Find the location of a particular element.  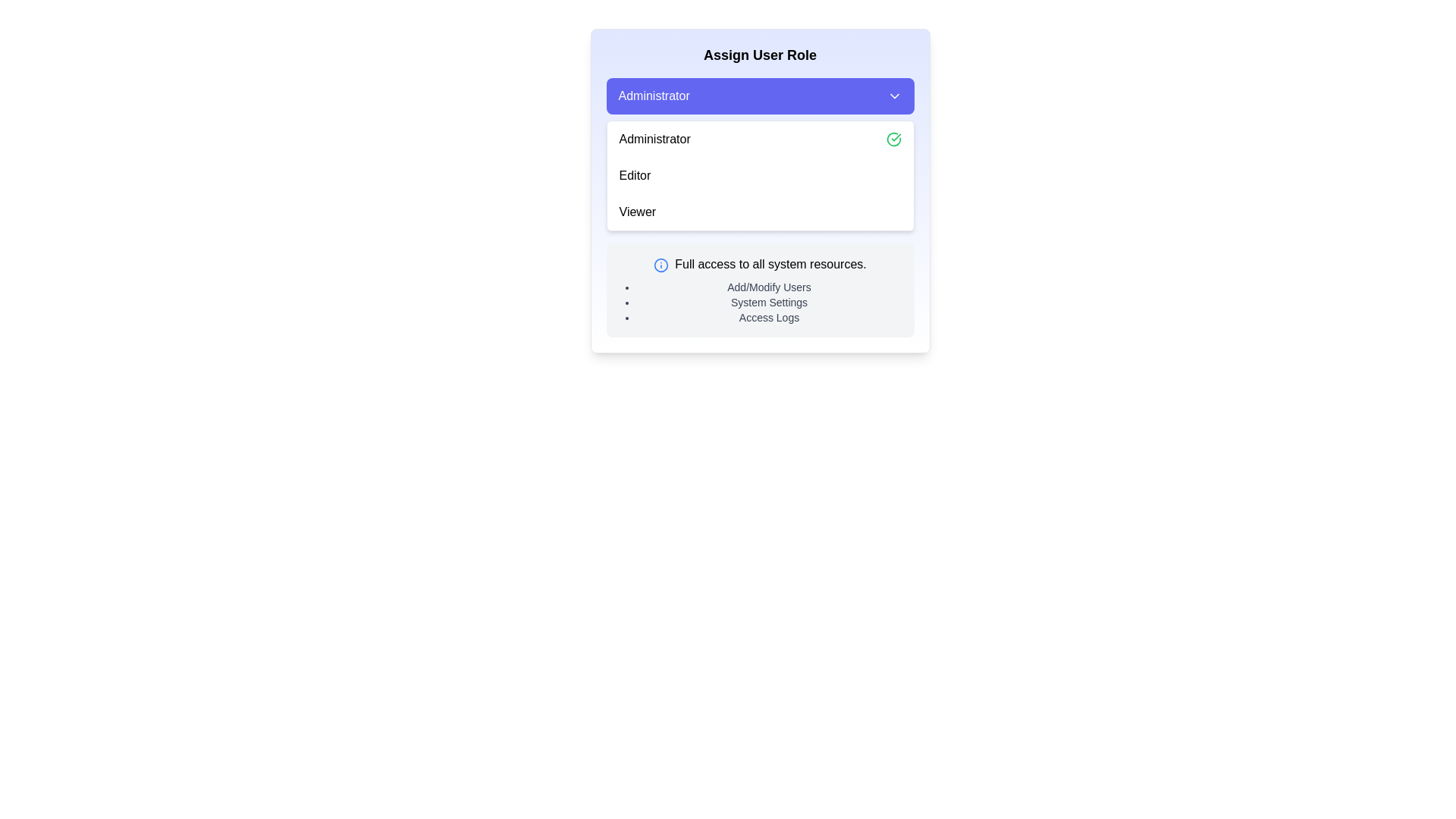

textual list containing 'Add/Modify Users', 'System Settings', and 'Access Logs' to understand permissions, located in the lower section of the 'Assign User Role' panel is located at coordinates (769, 302).